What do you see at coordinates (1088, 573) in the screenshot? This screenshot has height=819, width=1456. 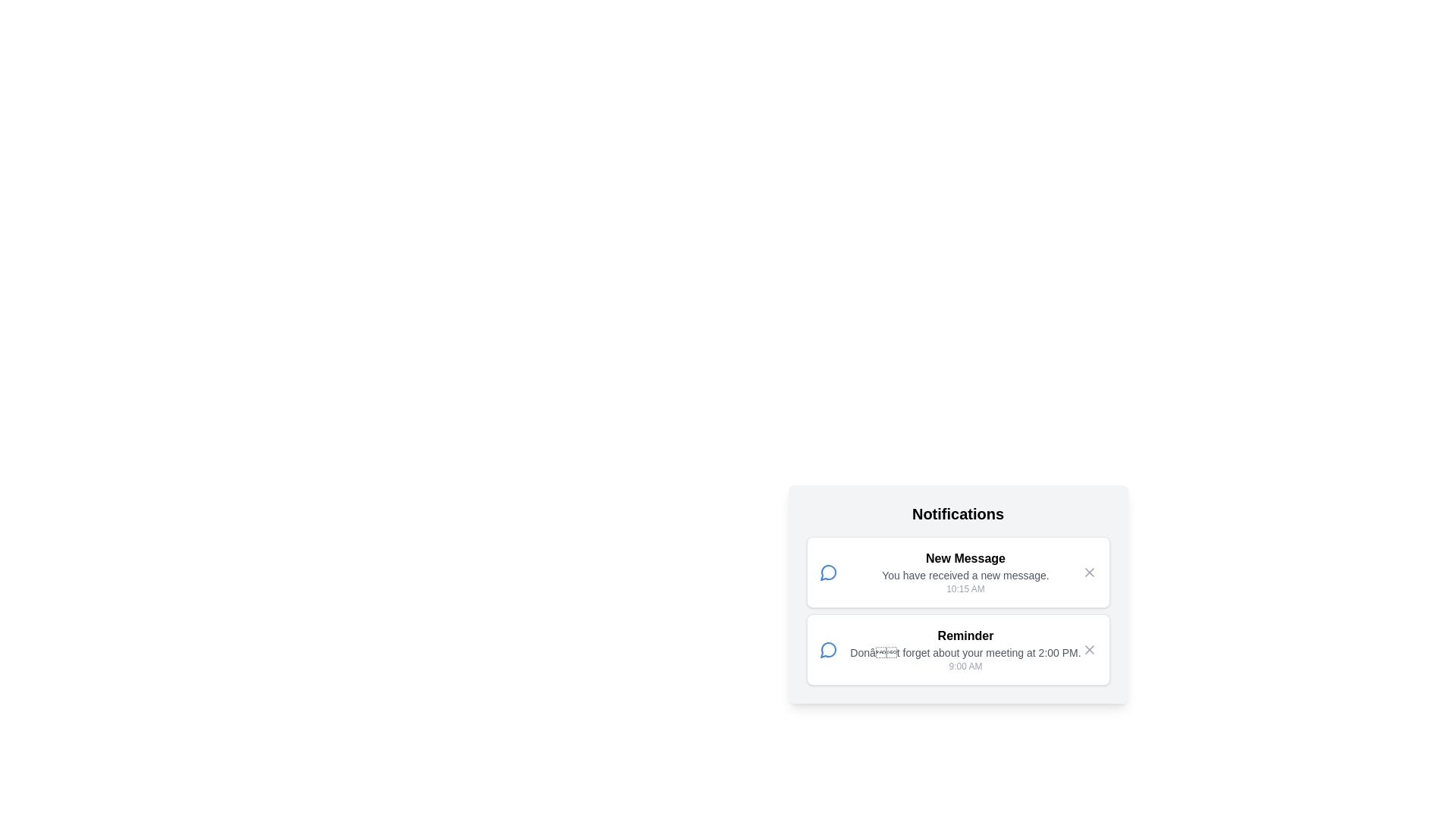 I see `the close icon for the notification titled 'New Message'` at bounding box center [1088, 573].